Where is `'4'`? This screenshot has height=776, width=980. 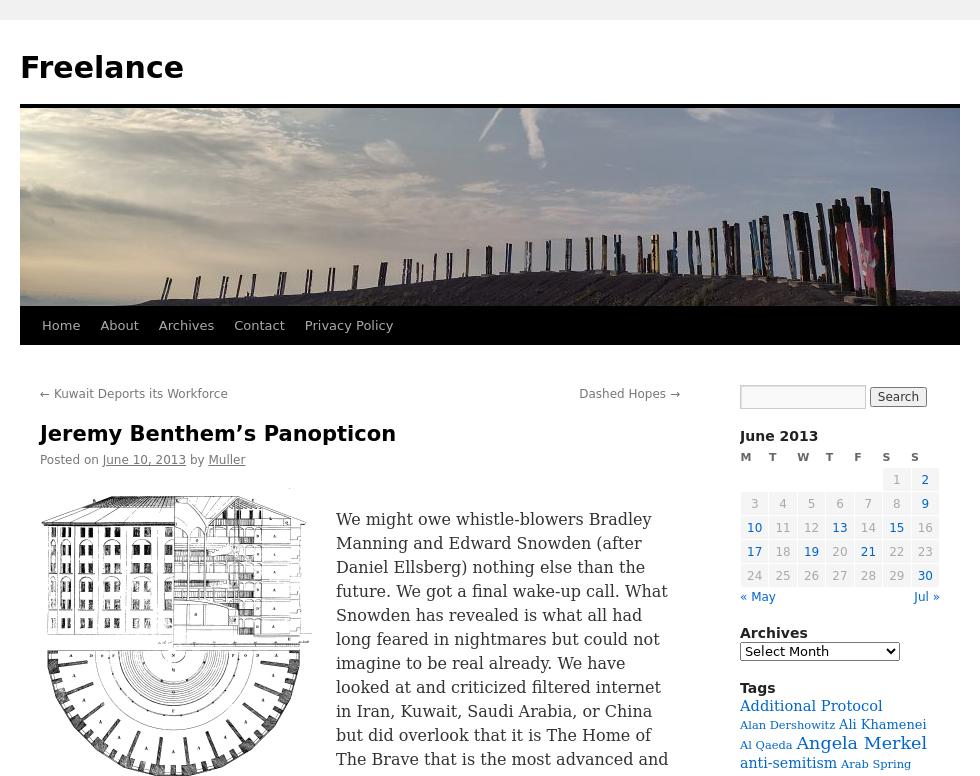
'4' is located at coordinates (779, 504).